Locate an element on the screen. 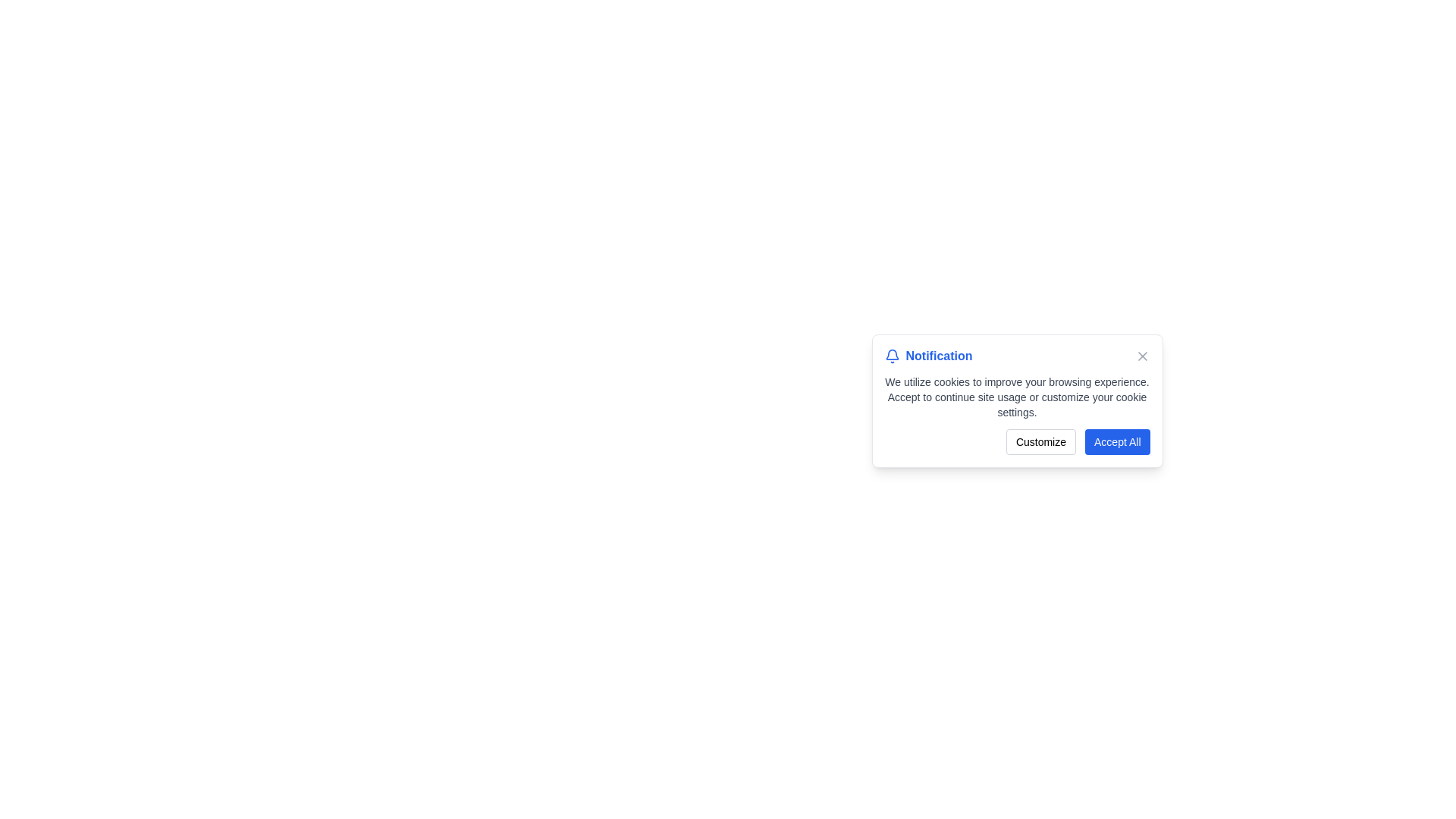 Image resolution: width=1456 pixels, height=819 pixels. the 'Accept All' button located at the bottom-right corner of the notification modal is located at coordinates (1117, 441).